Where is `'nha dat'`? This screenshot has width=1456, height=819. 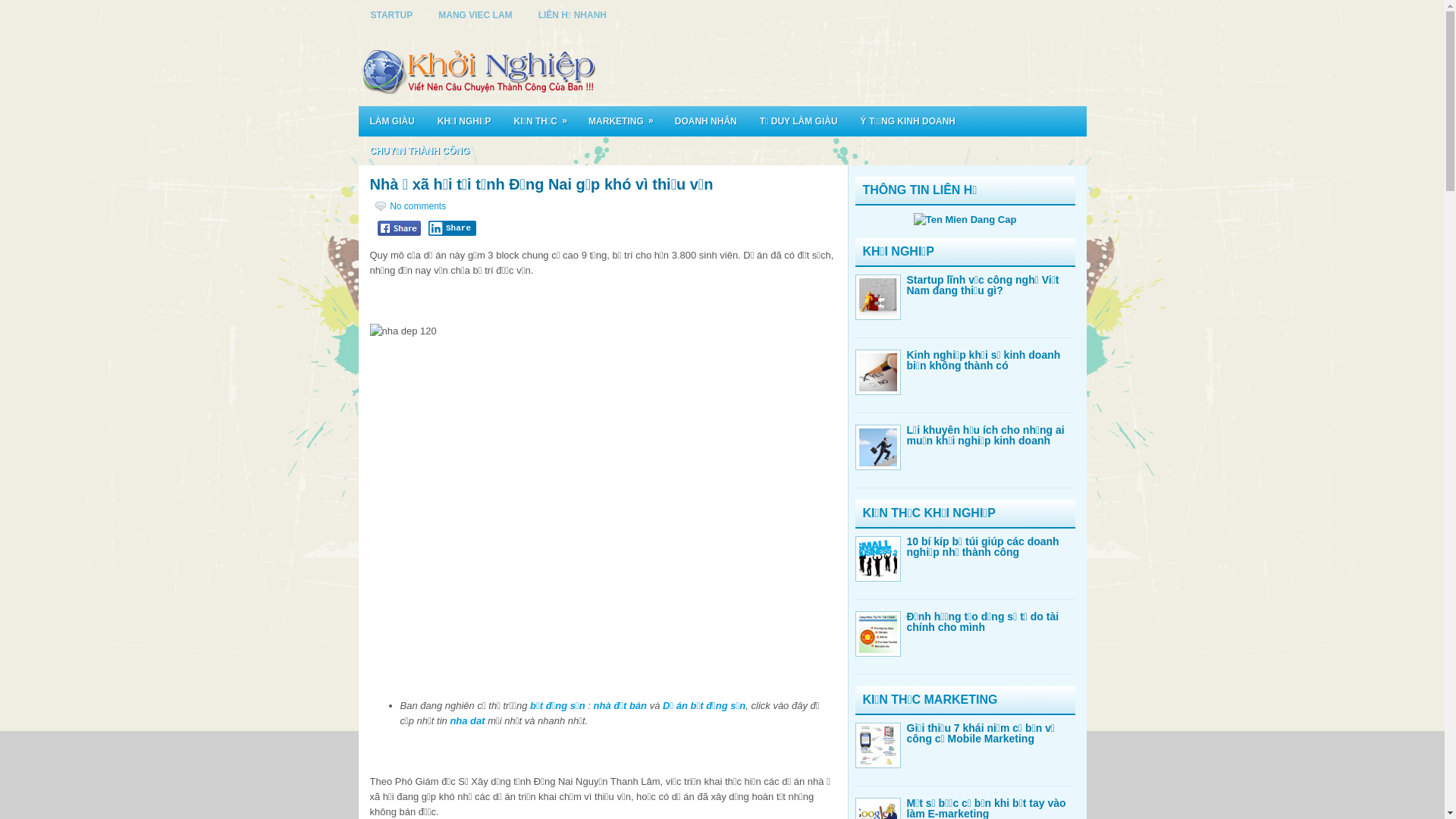
'nha dat' is located at coordinates (466, 720).